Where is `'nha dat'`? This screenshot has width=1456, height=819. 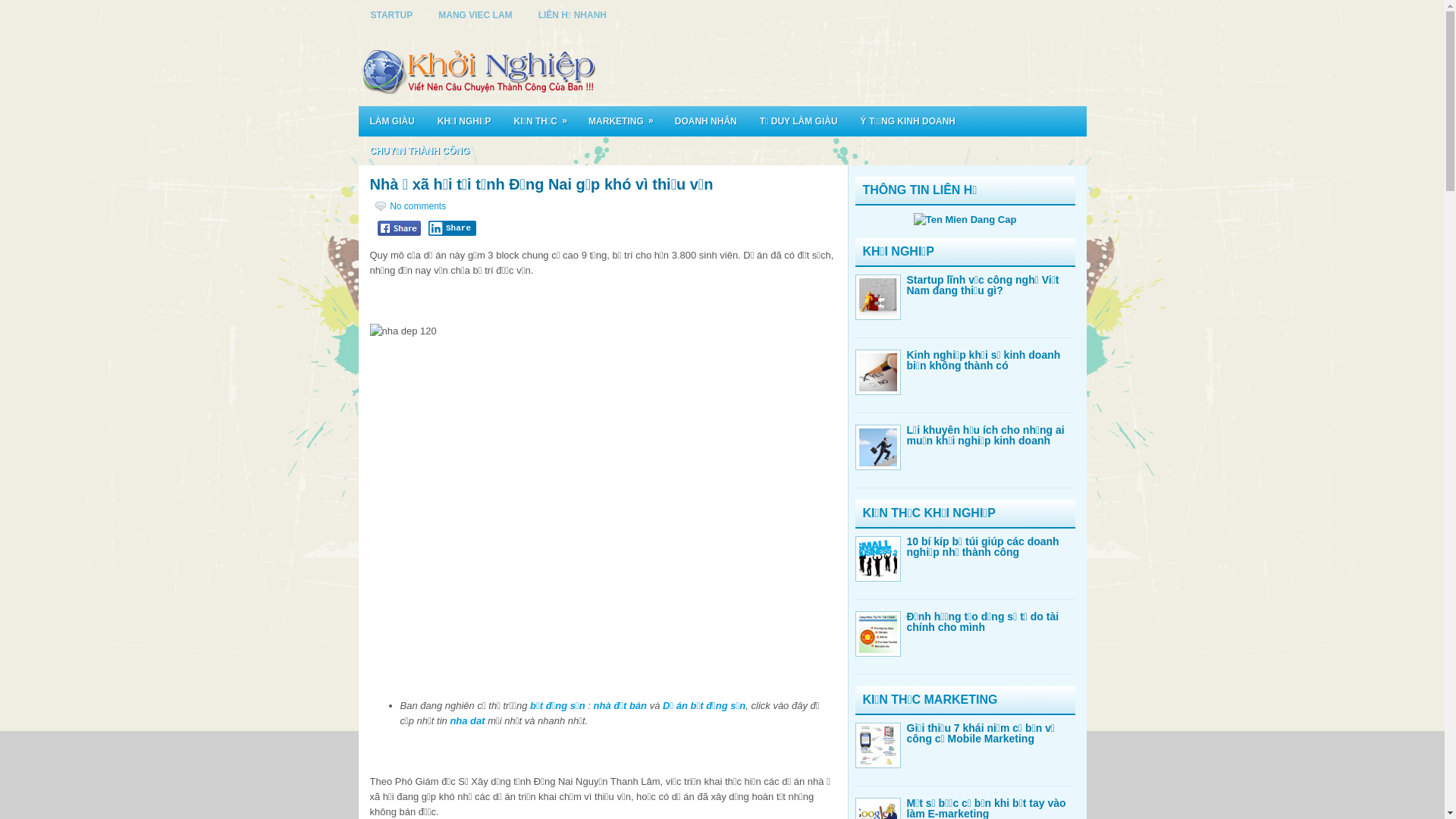
'nha dat' is located at coordinates (466, 720).